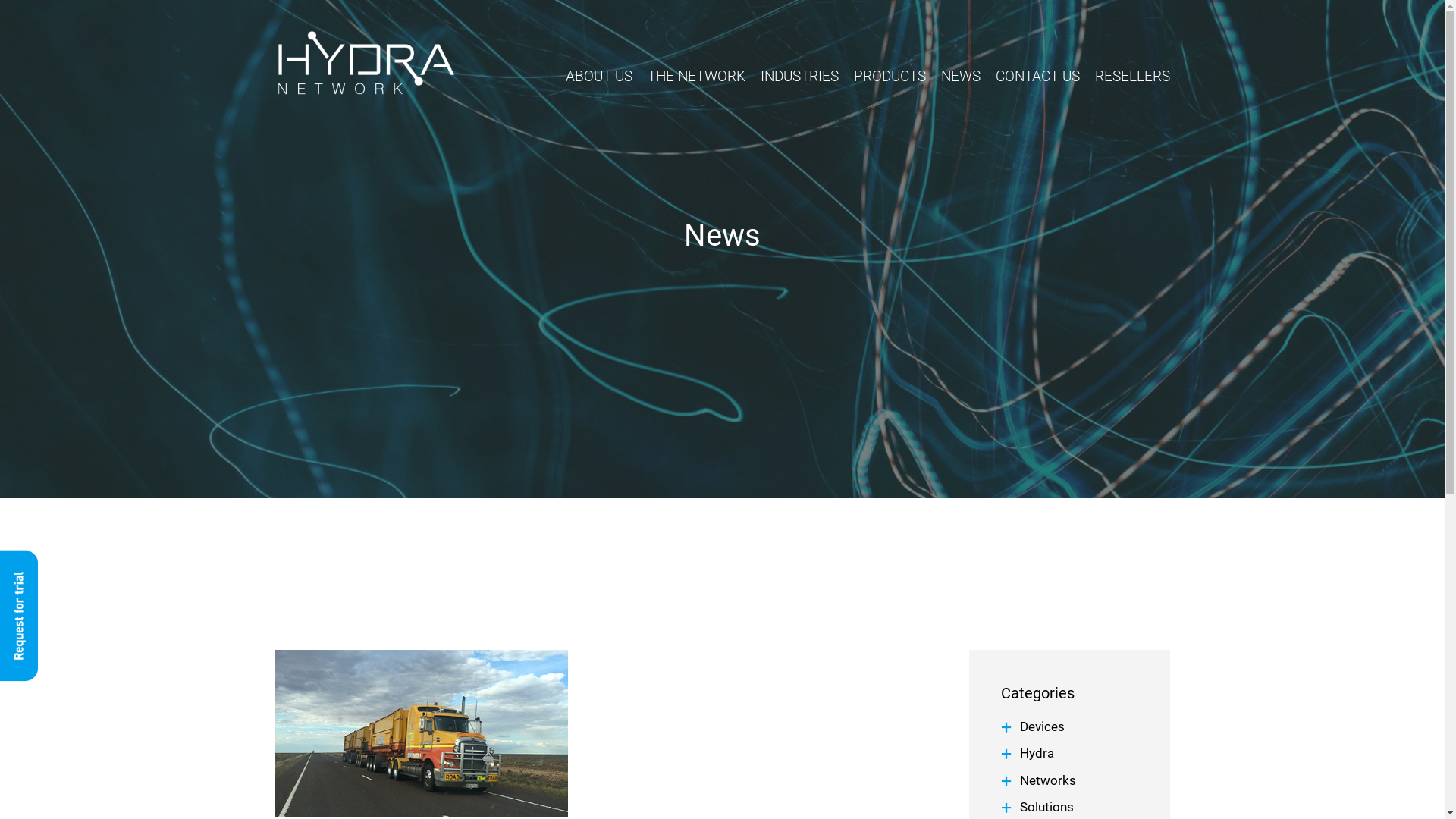  What do you see at coordinates (598, 79) in the screenshot?
I see `'ABOUT US'` at bounding box center [598, 79].